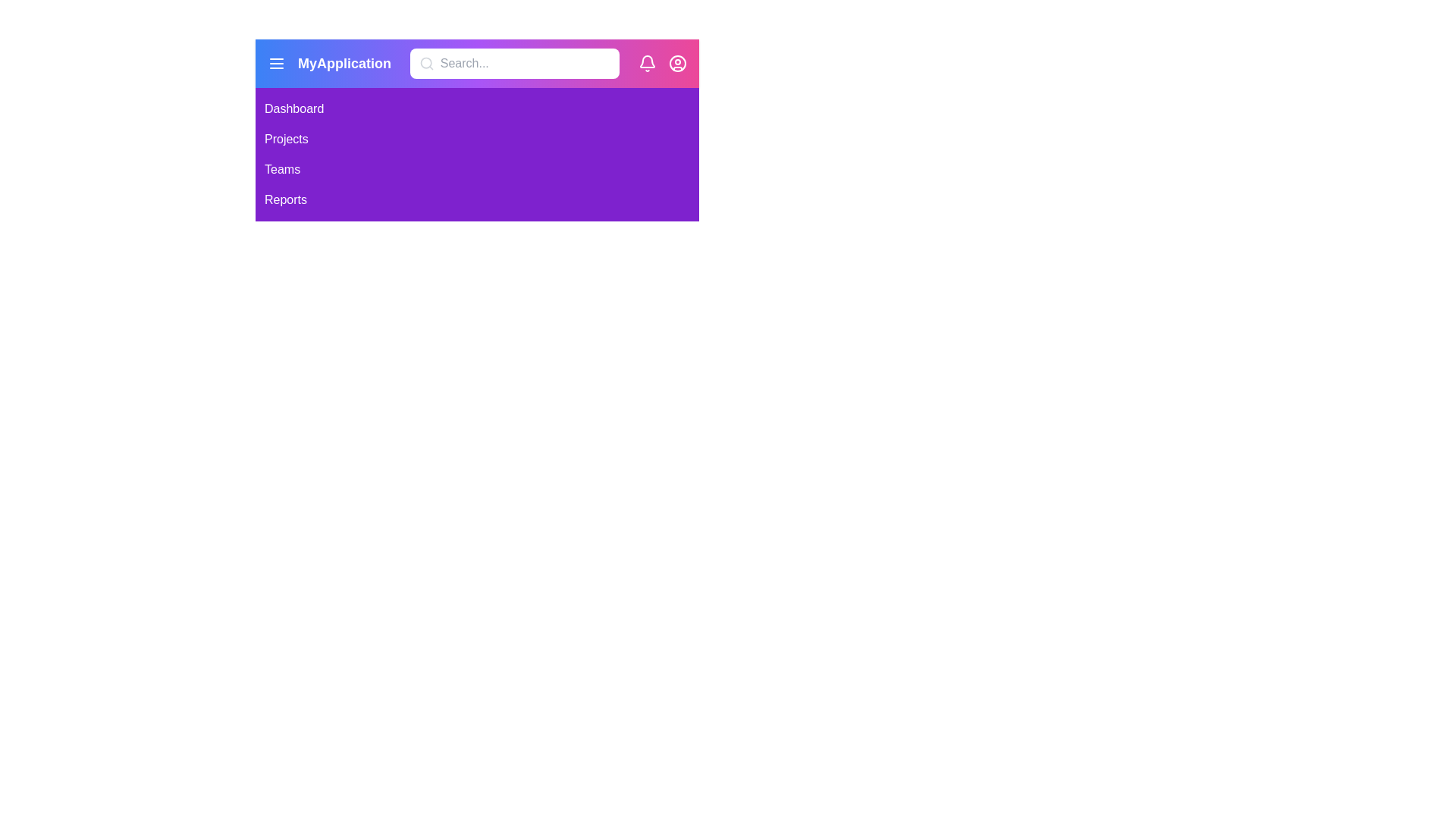 Image resolution: width=1456 pixels, height=819 pixels. I want to click on the menu icon to toggle the sidebar, so click(276, 63).